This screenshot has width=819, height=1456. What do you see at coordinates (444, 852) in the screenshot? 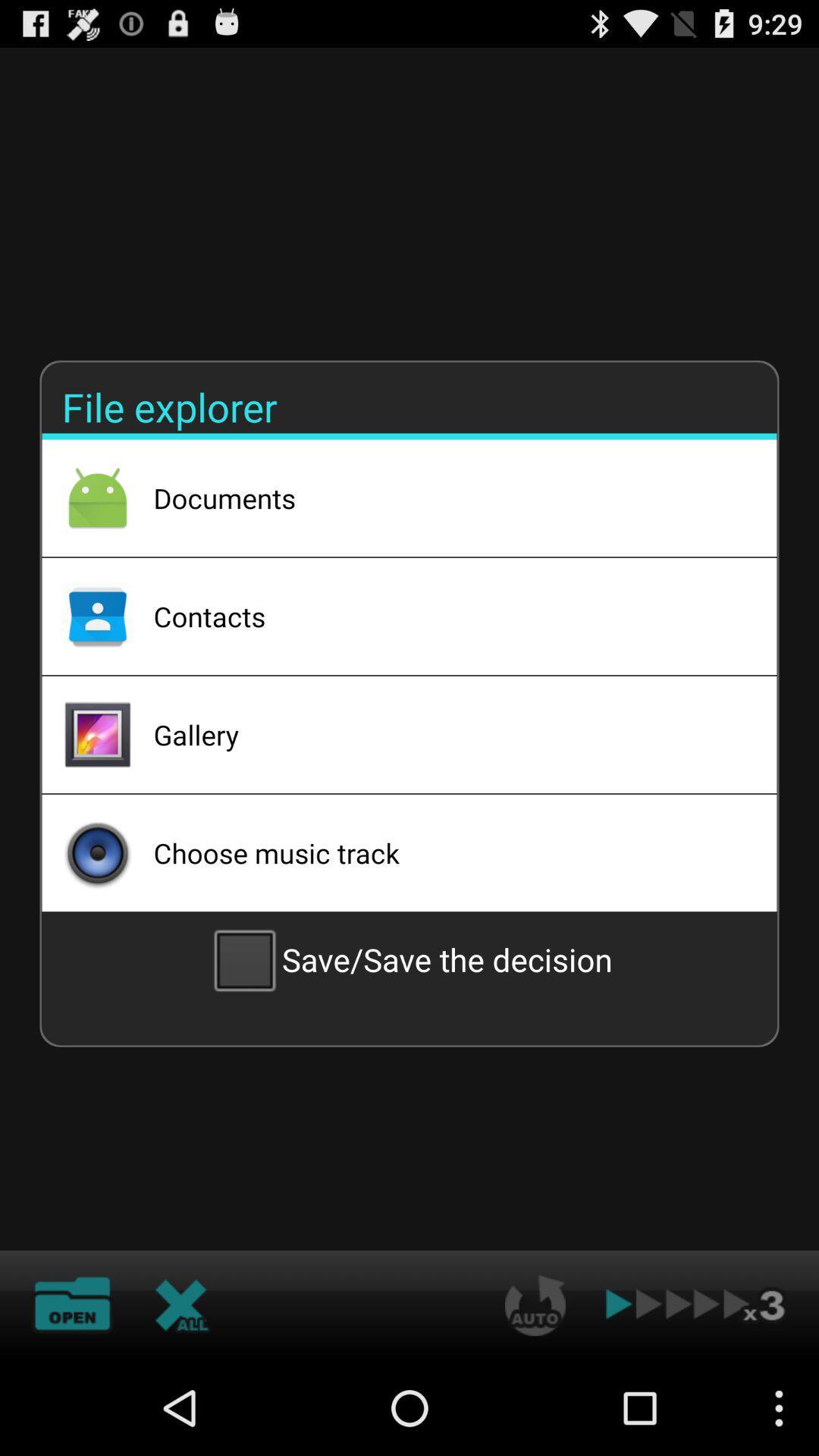
I see `app below the gallery icon` at bounding box center [444, 852].